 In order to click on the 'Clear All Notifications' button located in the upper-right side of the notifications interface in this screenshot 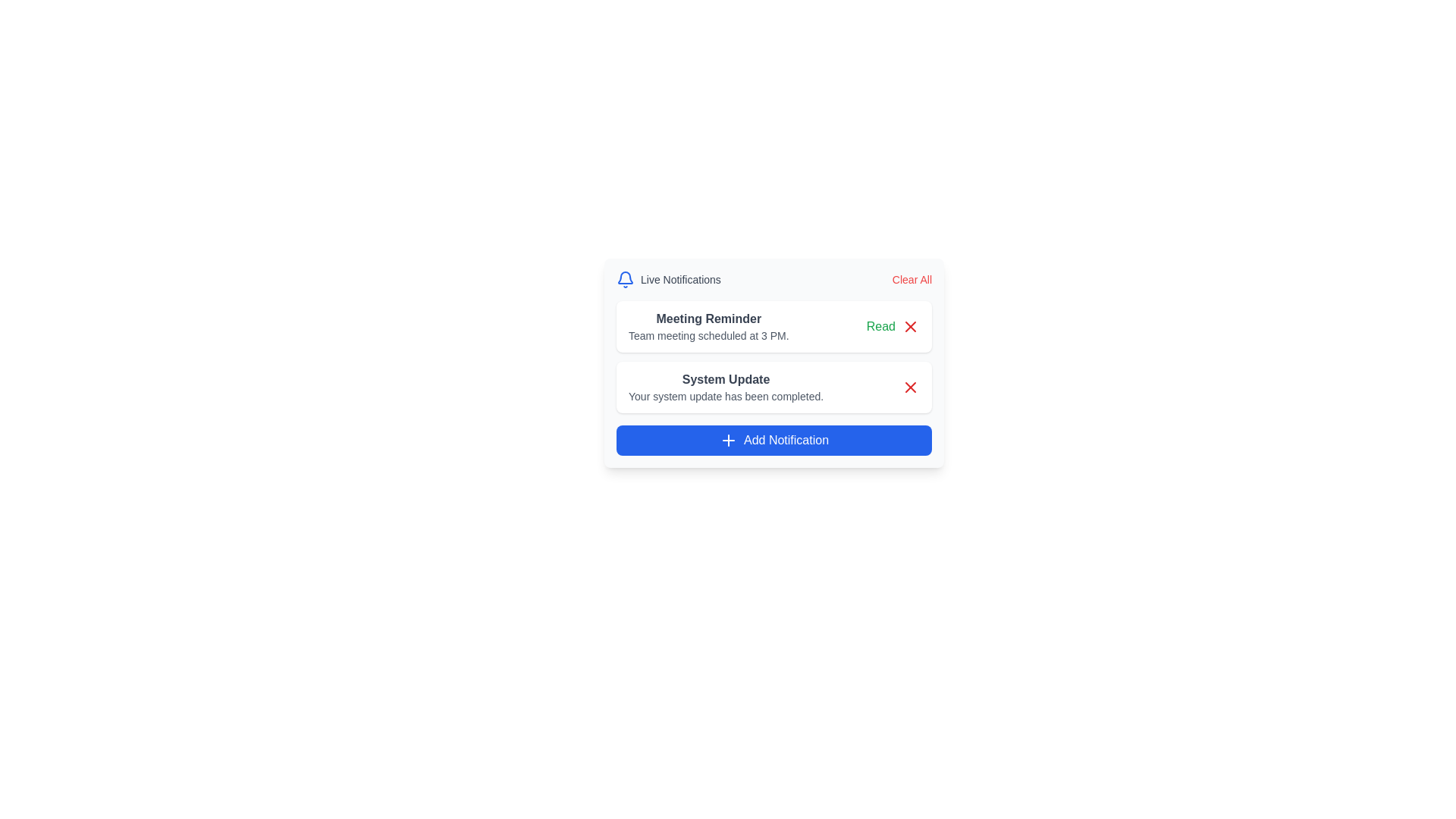, I will do `click(911, 280)`.